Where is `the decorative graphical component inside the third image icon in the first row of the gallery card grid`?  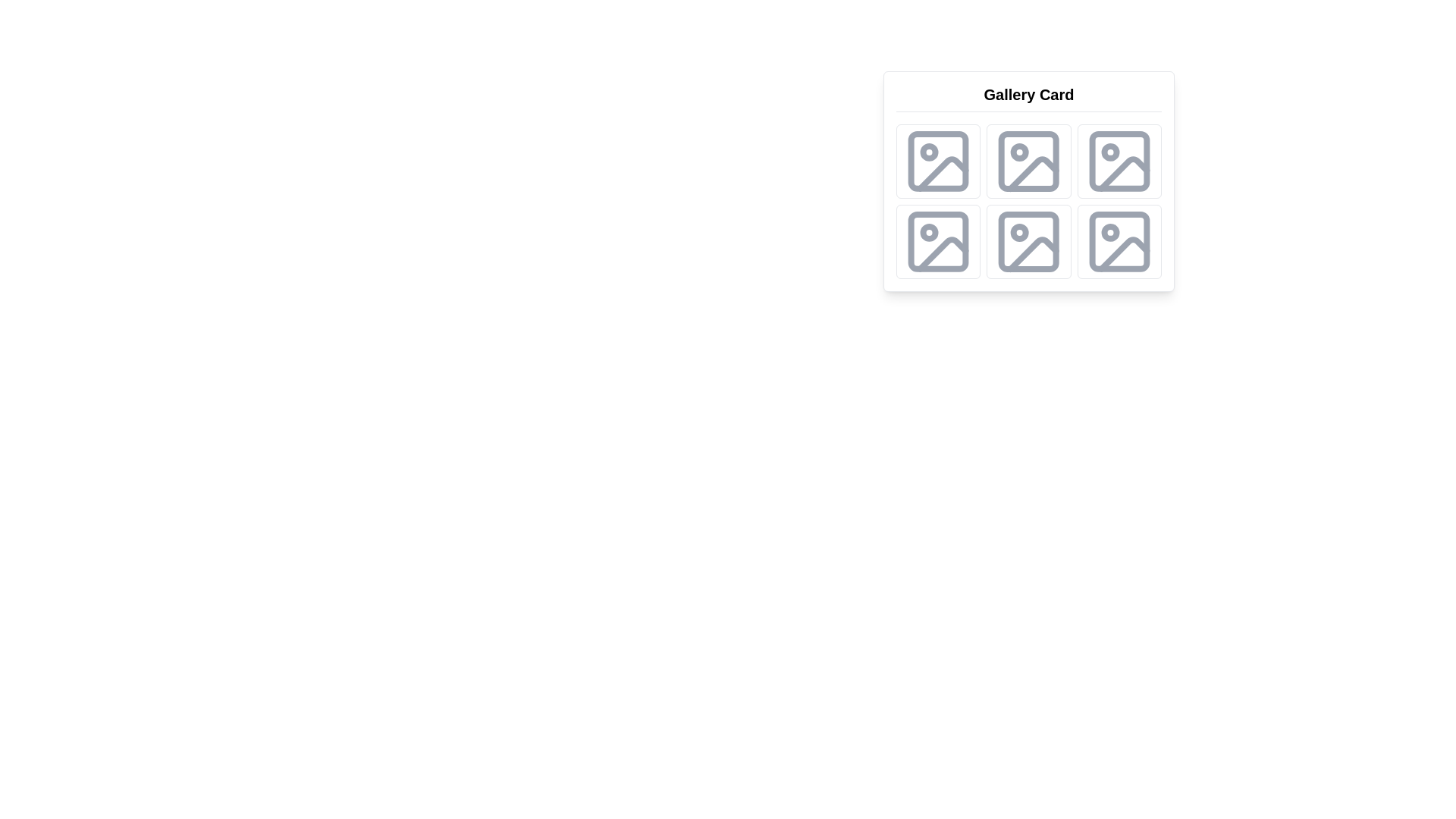
the decorative graphical component inside the third image icon in the first row of the gallery card grid is located at coordinates (1033, 173).